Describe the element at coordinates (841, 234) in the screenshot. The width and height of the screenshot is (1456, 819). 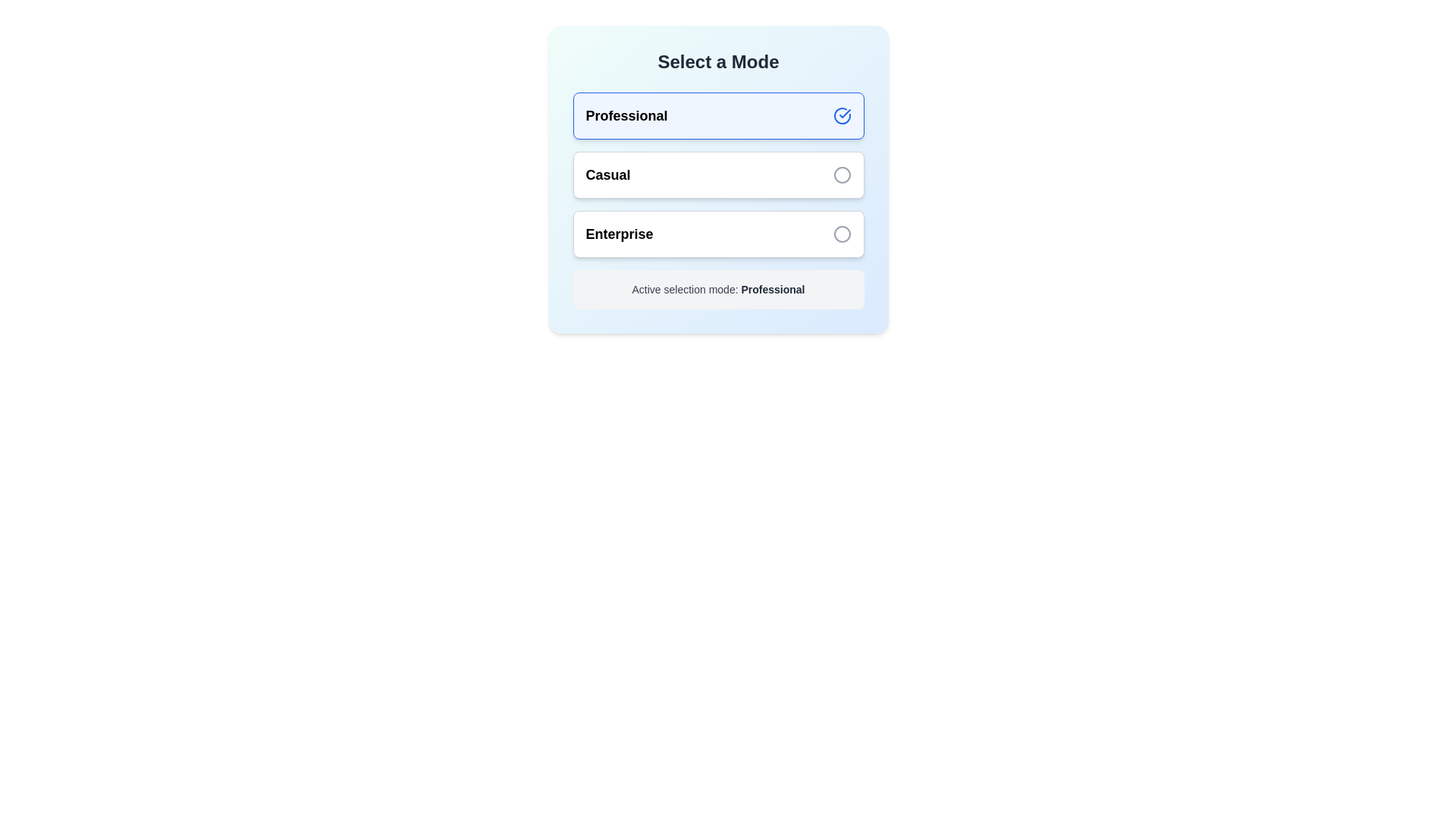
I see `the radio button indicator for the 'Enterprise' mode to get its focus state` at that location.